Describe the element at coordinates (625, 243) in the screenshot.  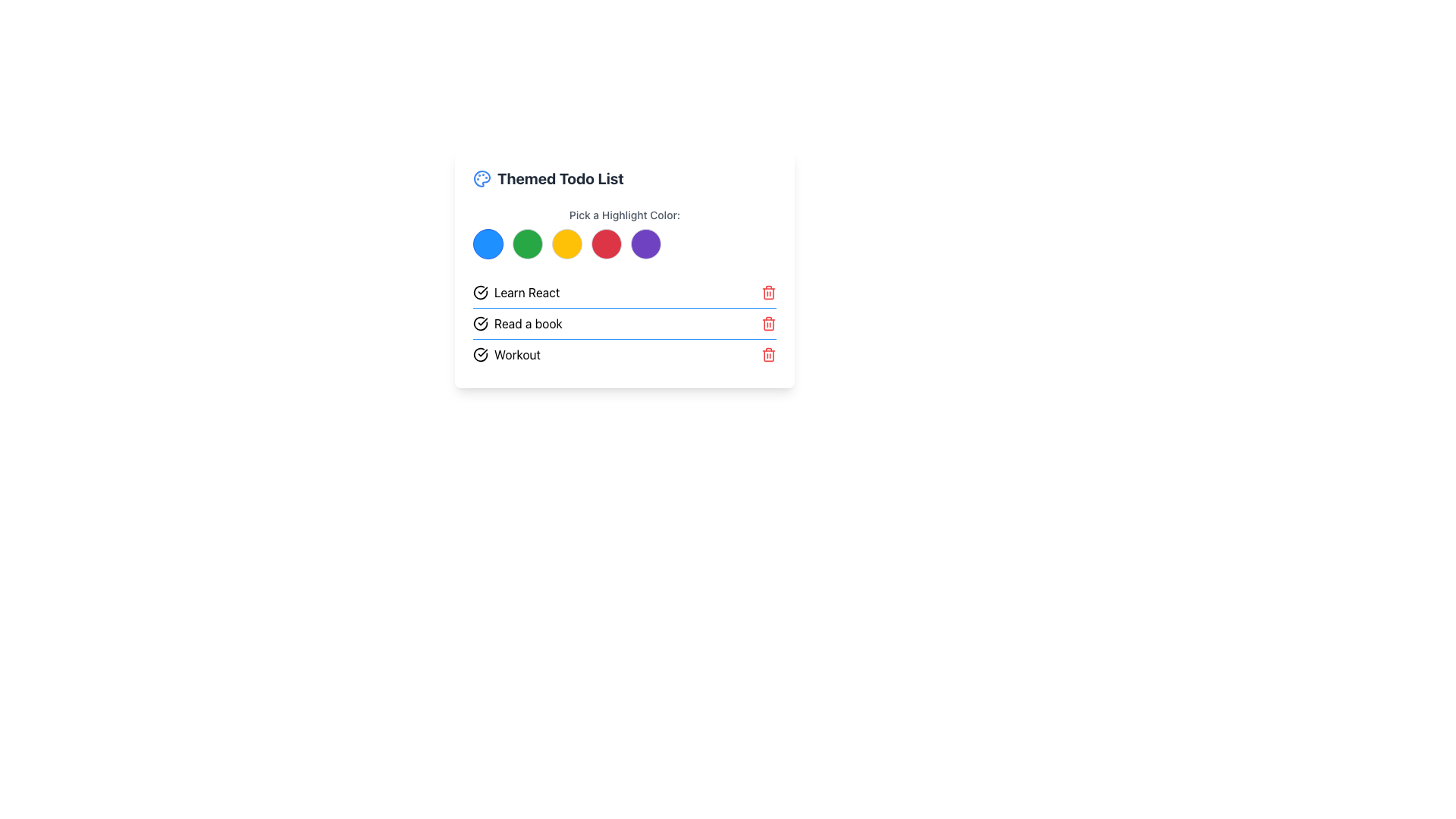
I see `the circular swatch in the Color Selector` at that location.